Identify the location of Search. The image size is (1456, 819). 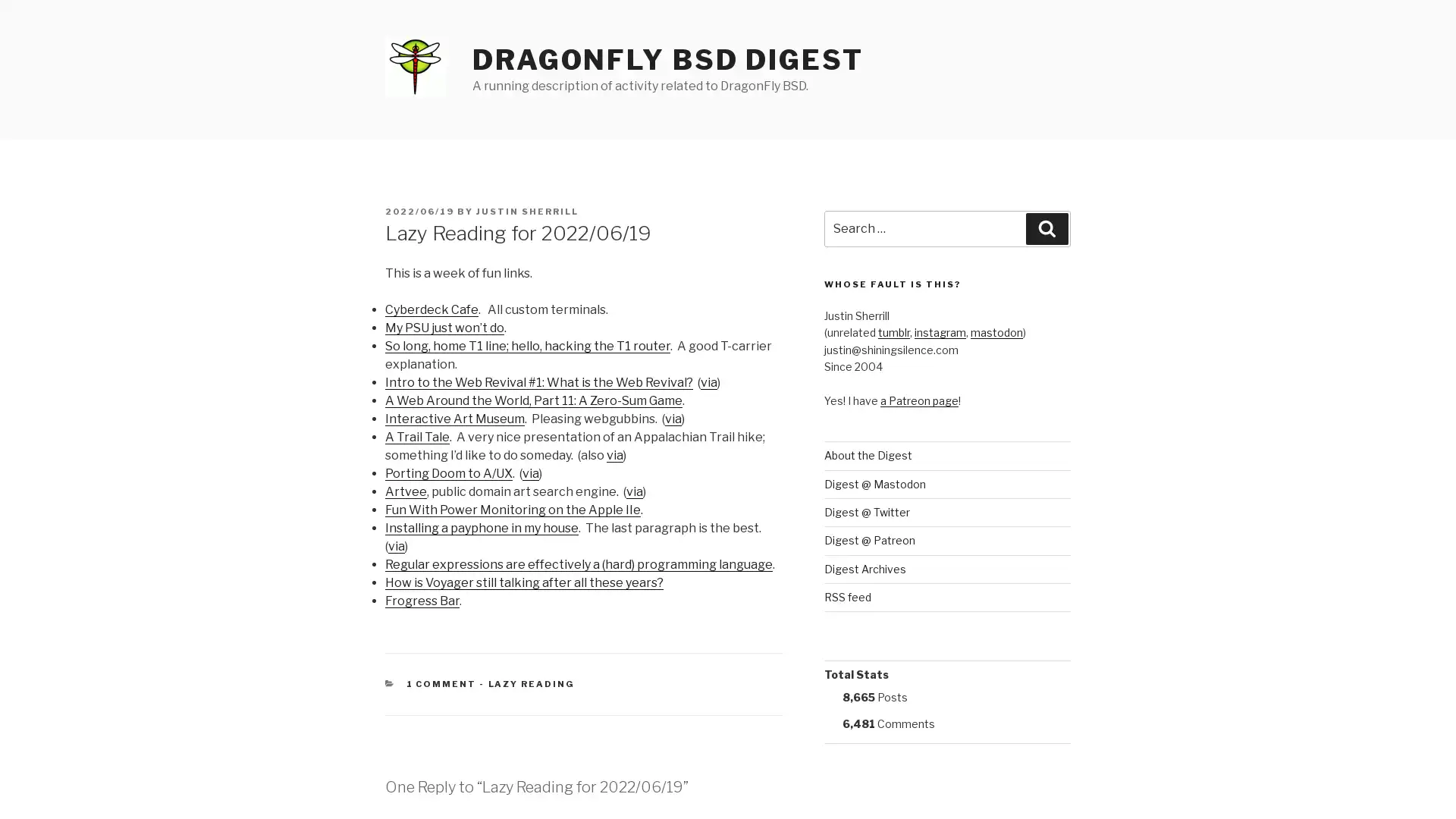
(1046, 228).